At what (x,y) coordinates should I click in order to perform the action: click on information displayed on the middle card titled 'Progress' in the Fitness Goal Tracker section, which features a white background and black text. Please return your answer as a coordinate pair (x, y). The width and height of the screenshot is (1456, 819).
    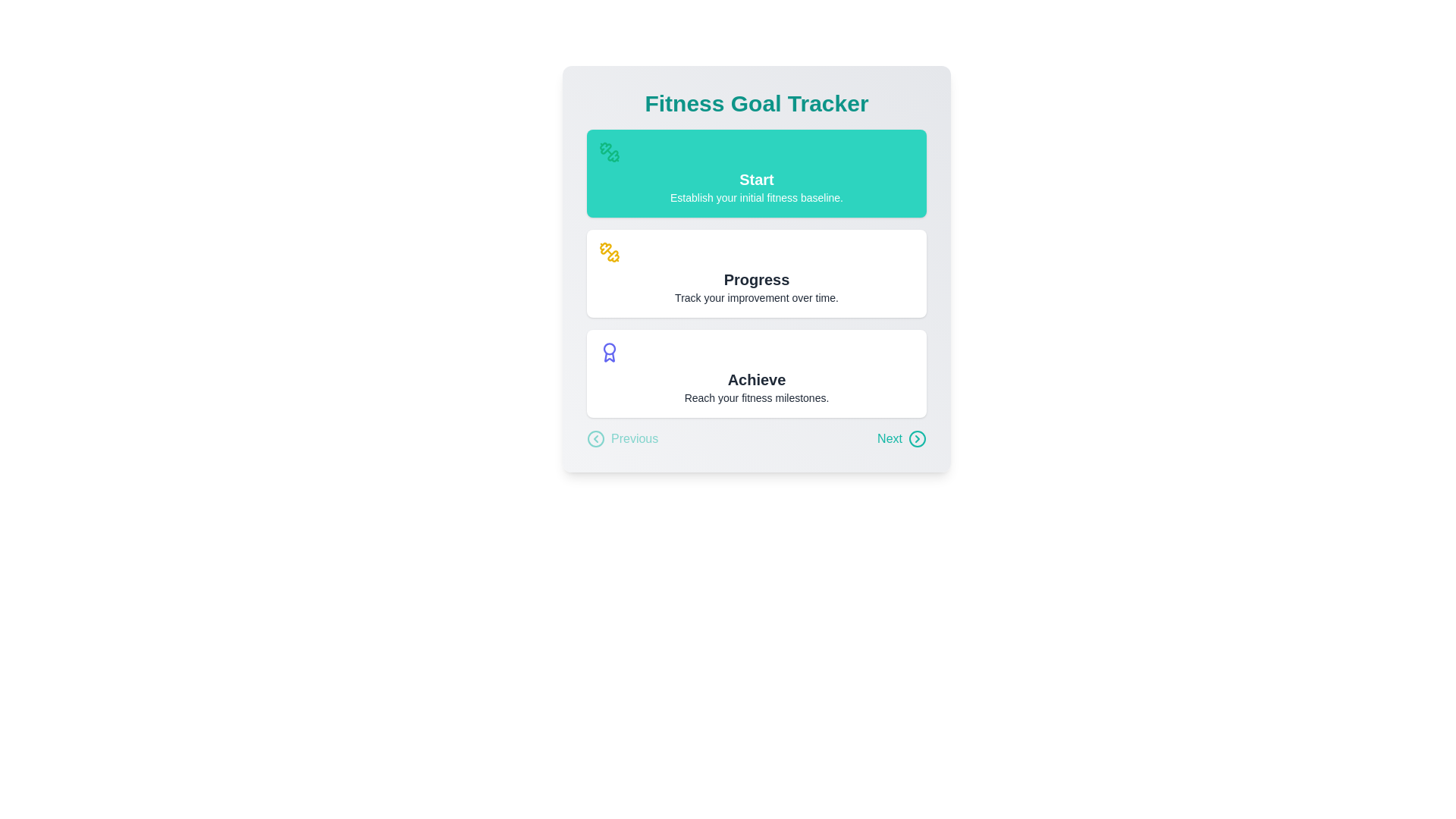
    Looking at the image, I should click on (757, 274).